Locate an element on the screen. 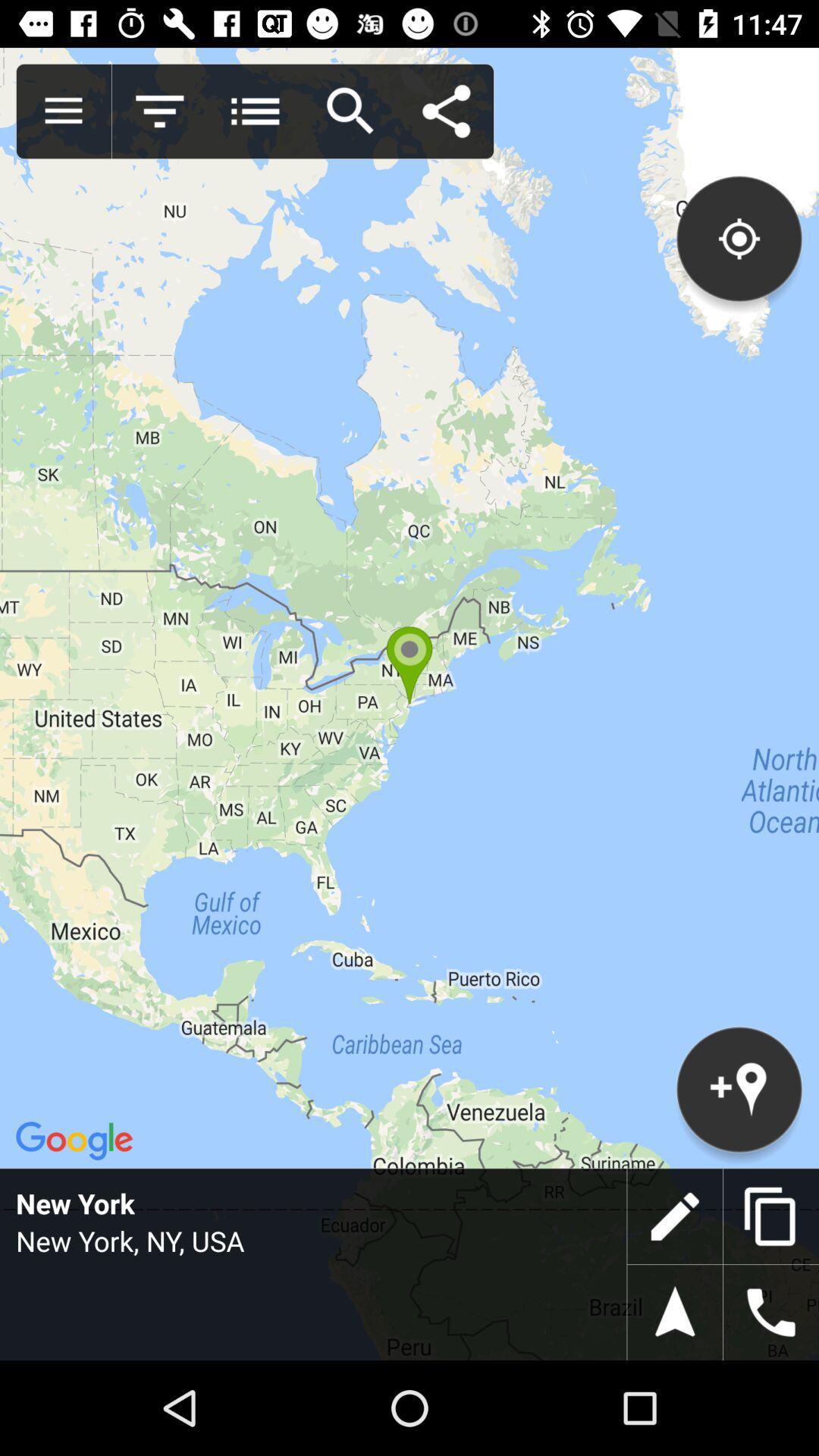  get directions is located at coordinates (674, 1312).